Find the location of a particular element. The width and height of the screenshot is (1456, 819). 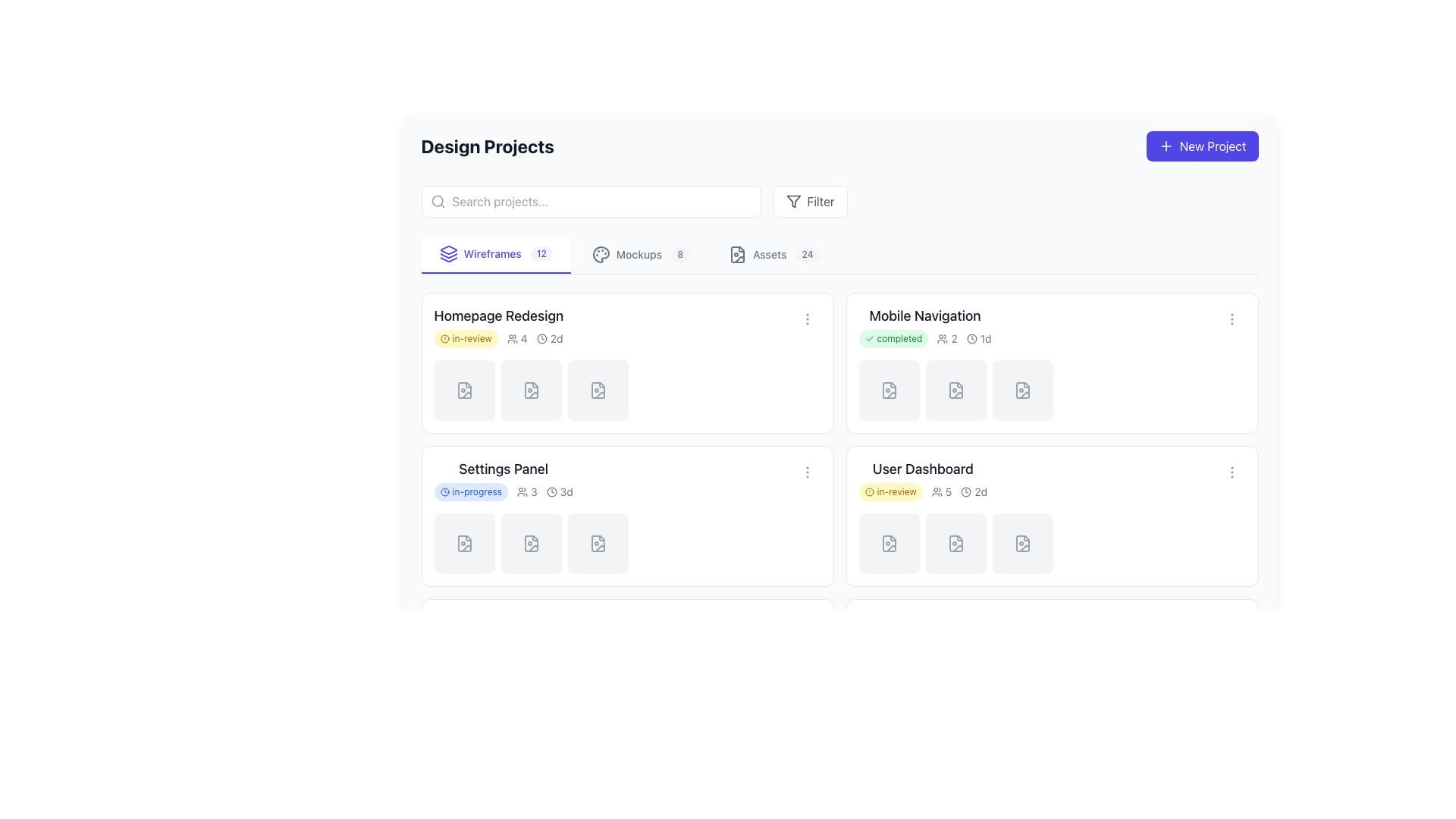

on the 'Tab Navigation' element, which is a horizontal bar at the top of the interface containing sections labeled 'Wireframes', 'Mockups', and 'Assets' is located at coordinates (839, 254).